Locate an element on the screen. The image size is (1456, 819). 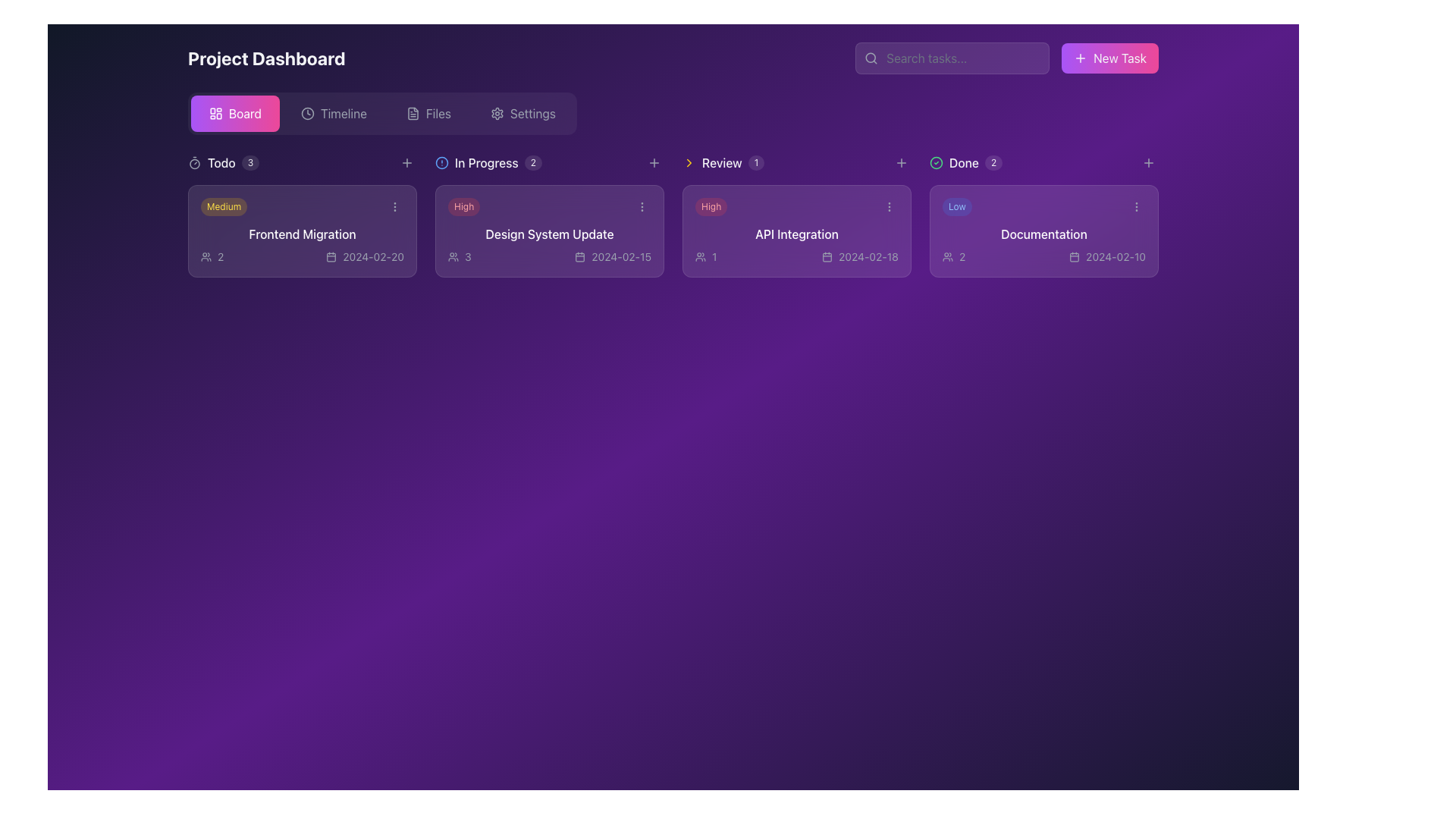
the graphical icon component that represents the 'Files' menu item in the top navigation bar, located between the 'Timeline' and 'Settings' buttons is located at coordinates (413, 113).